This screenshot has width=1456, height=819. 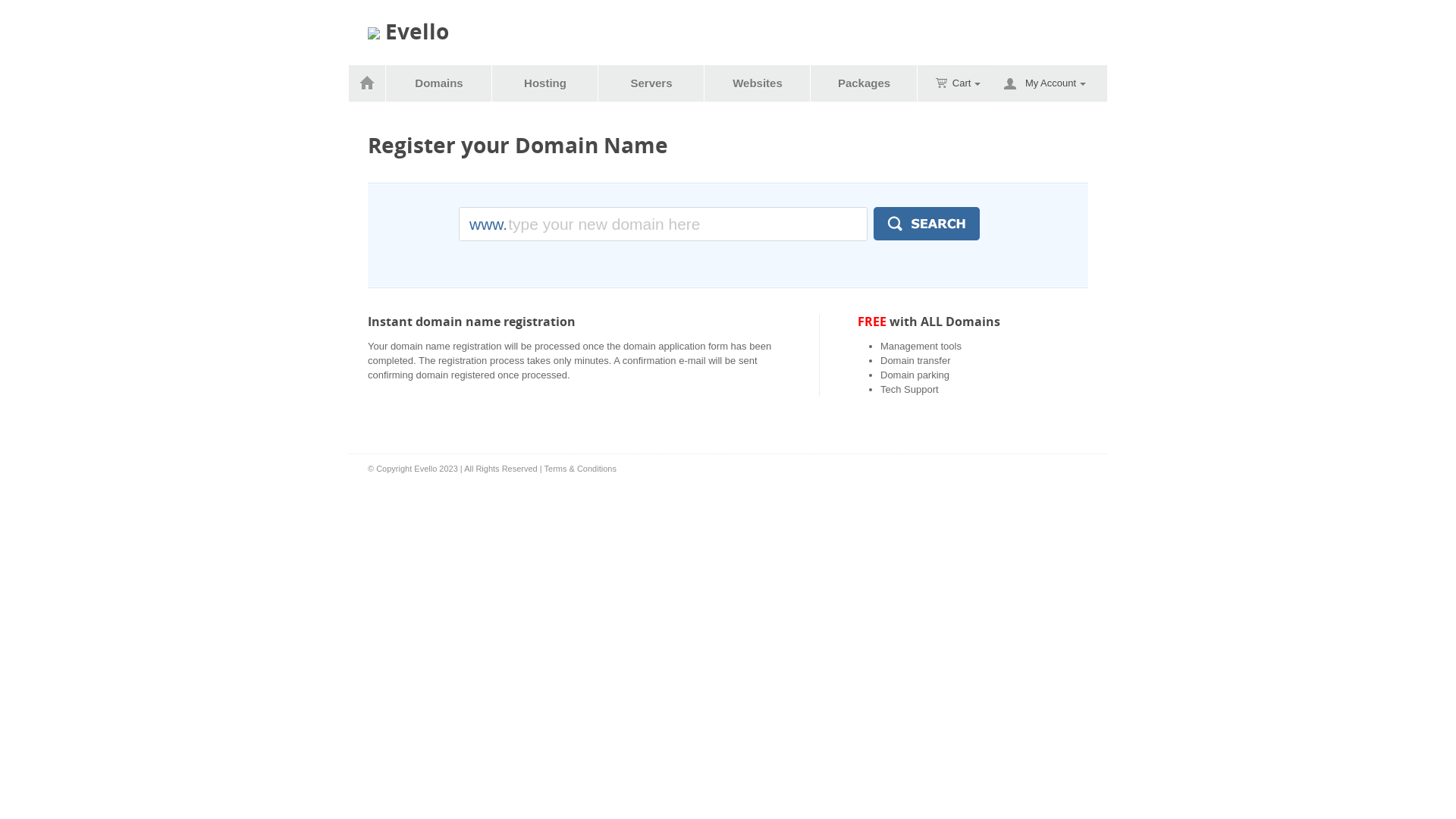 I want to click on 'Websites', so click(x=758, y=83).